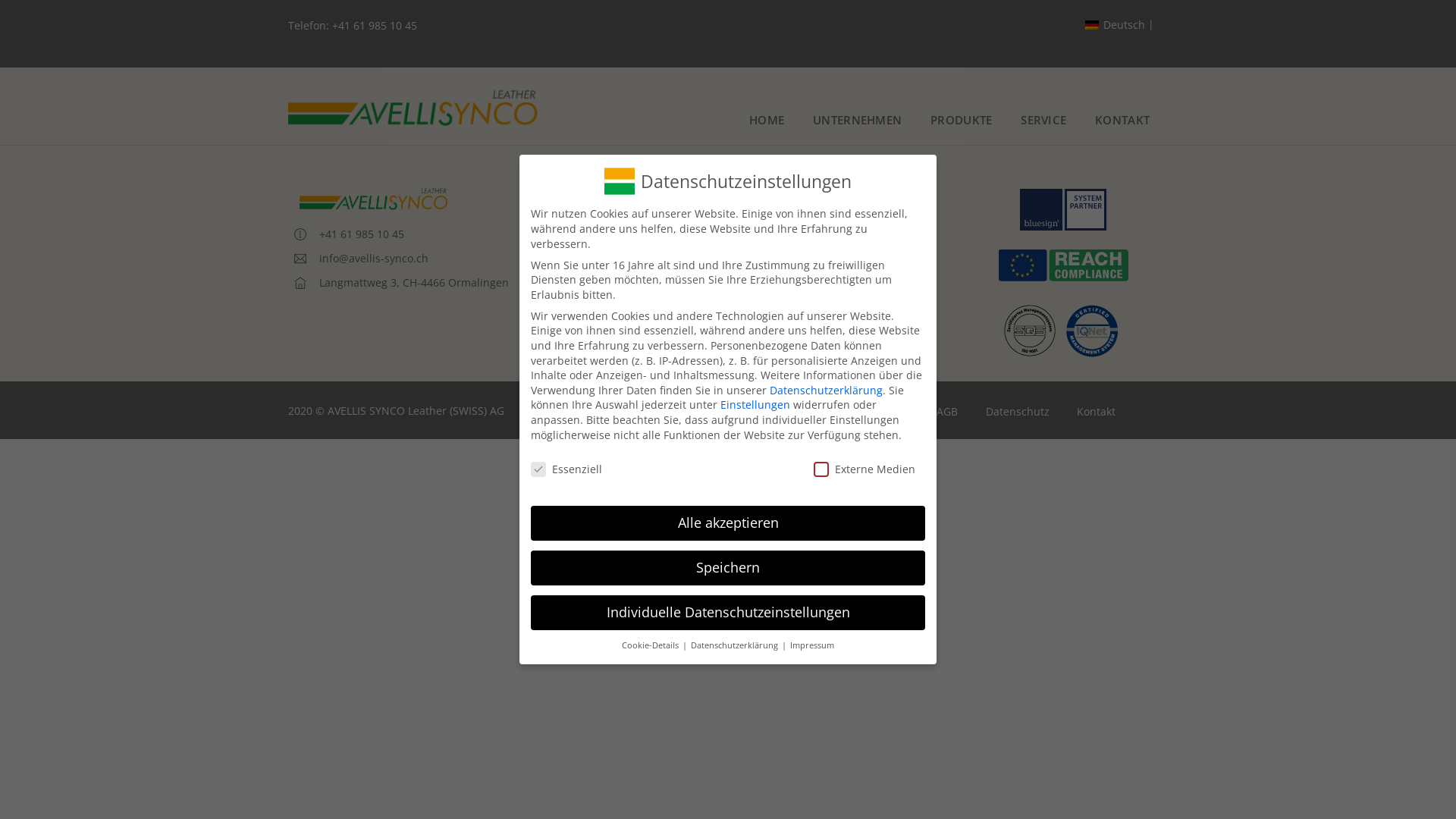 The width and height of the screenshot is (1456, 819). I want to click on 'Avellis Synco Leather Swiss', so click(375, 198).